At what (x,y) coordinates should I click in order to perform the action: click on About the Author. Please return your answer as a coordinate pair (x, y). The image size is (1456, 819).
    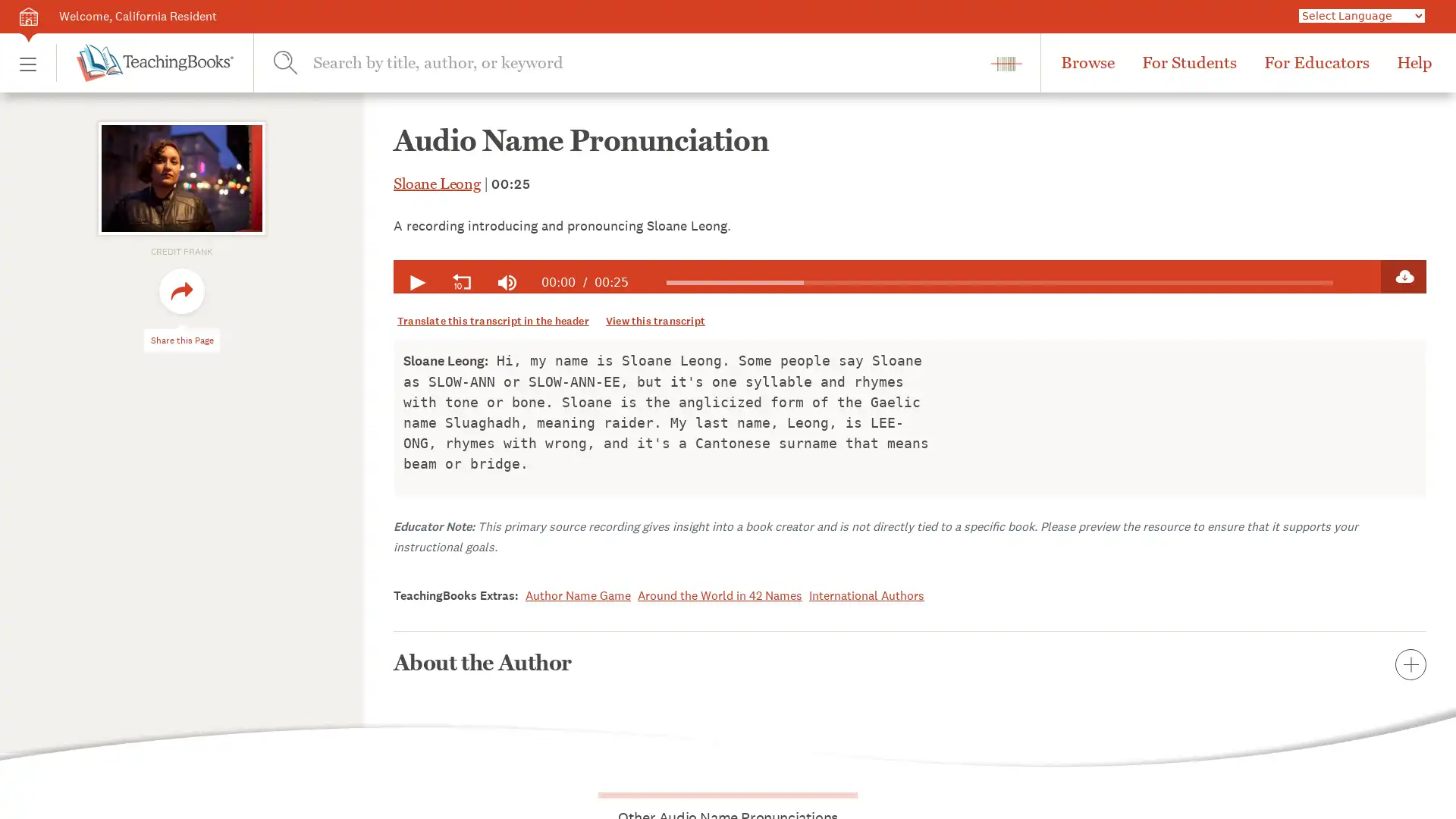
    Looking at the image, I should click on (910, 662).